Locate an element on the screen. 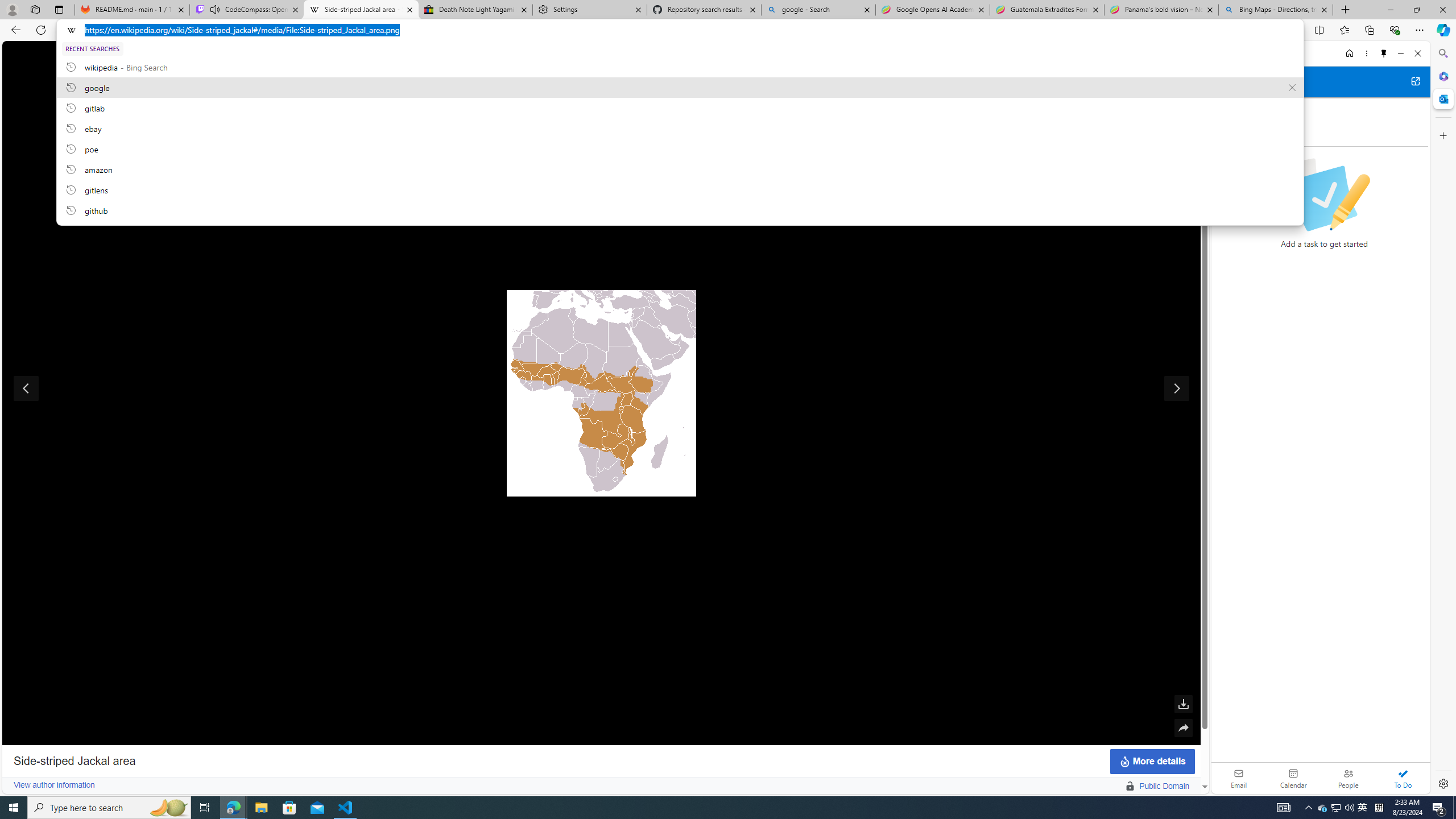 The width and height of the screenshot is (1456, 819). 'People' is located at coordinates (1347, 777).